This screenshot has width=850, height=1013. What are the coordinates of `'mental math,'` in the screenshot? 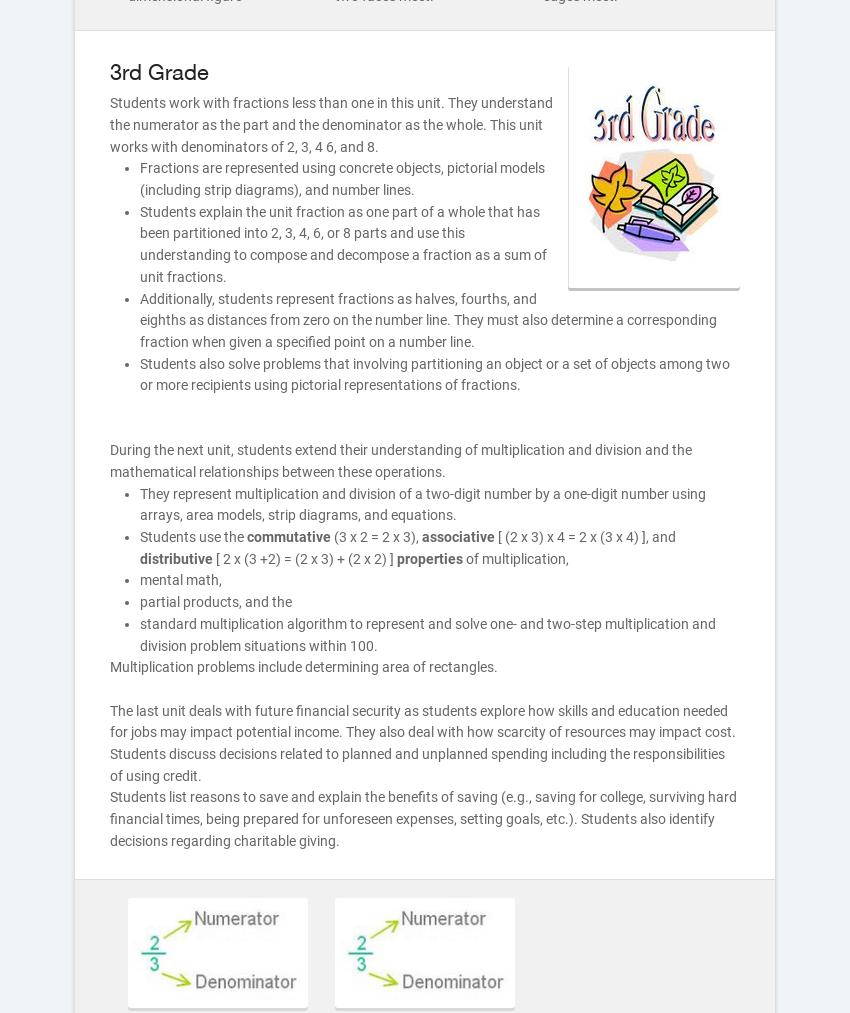 It's located at (179, 580).